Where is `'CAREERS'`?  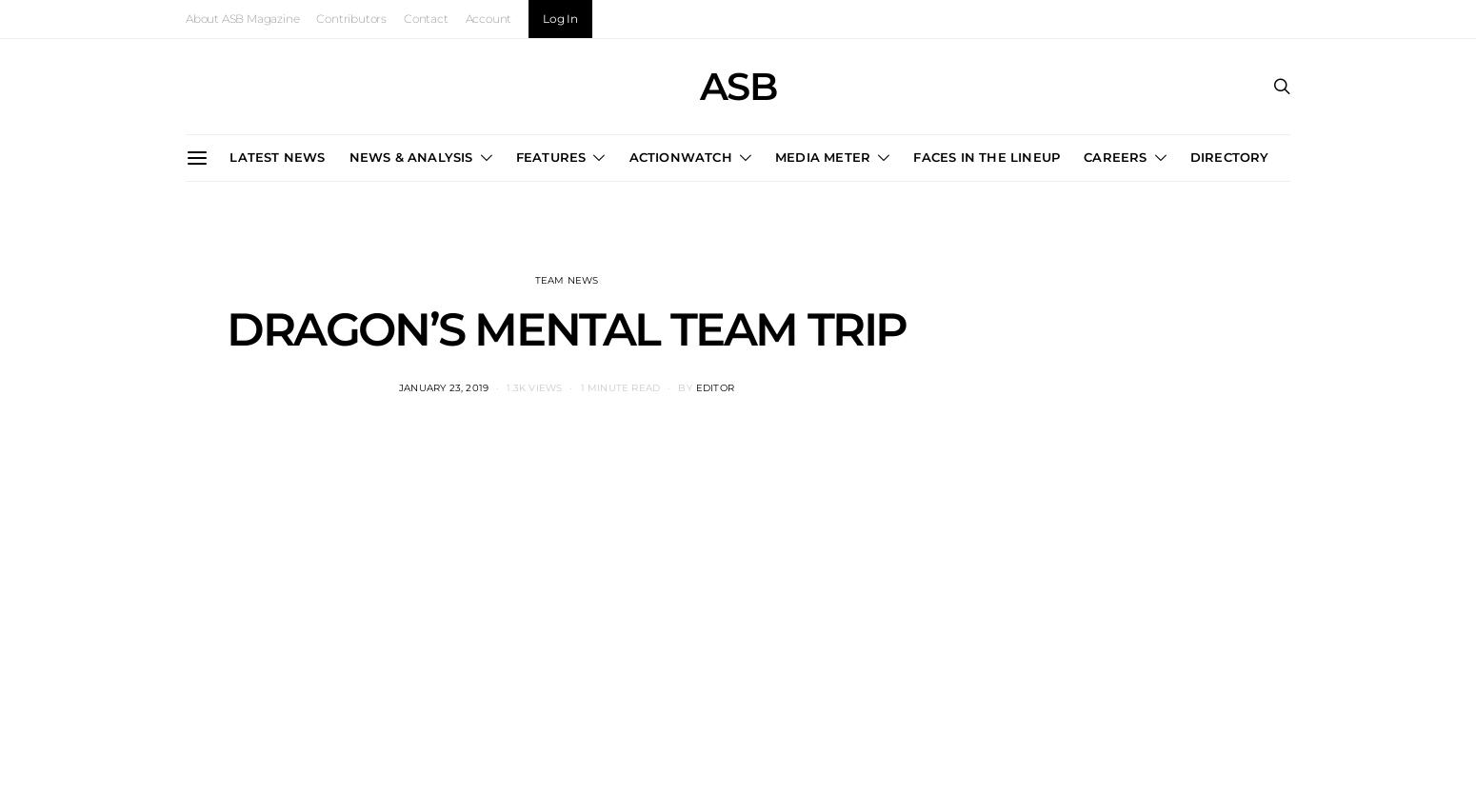
'CAREERS' is located at coordinates (1115, 155).